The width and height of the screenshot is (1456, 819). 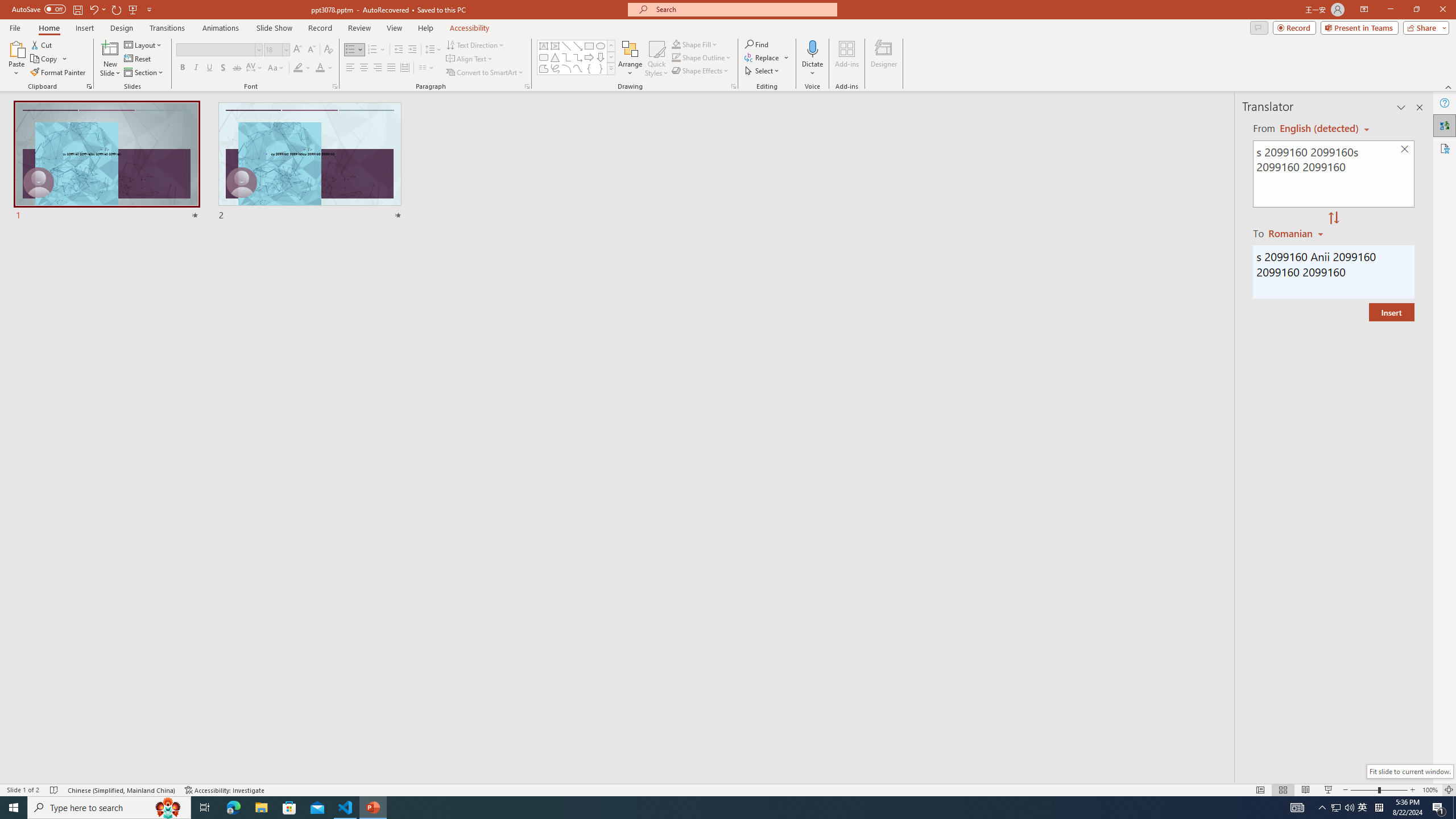 I want to click on 'Strikethrough', so click(x=237, y=67).